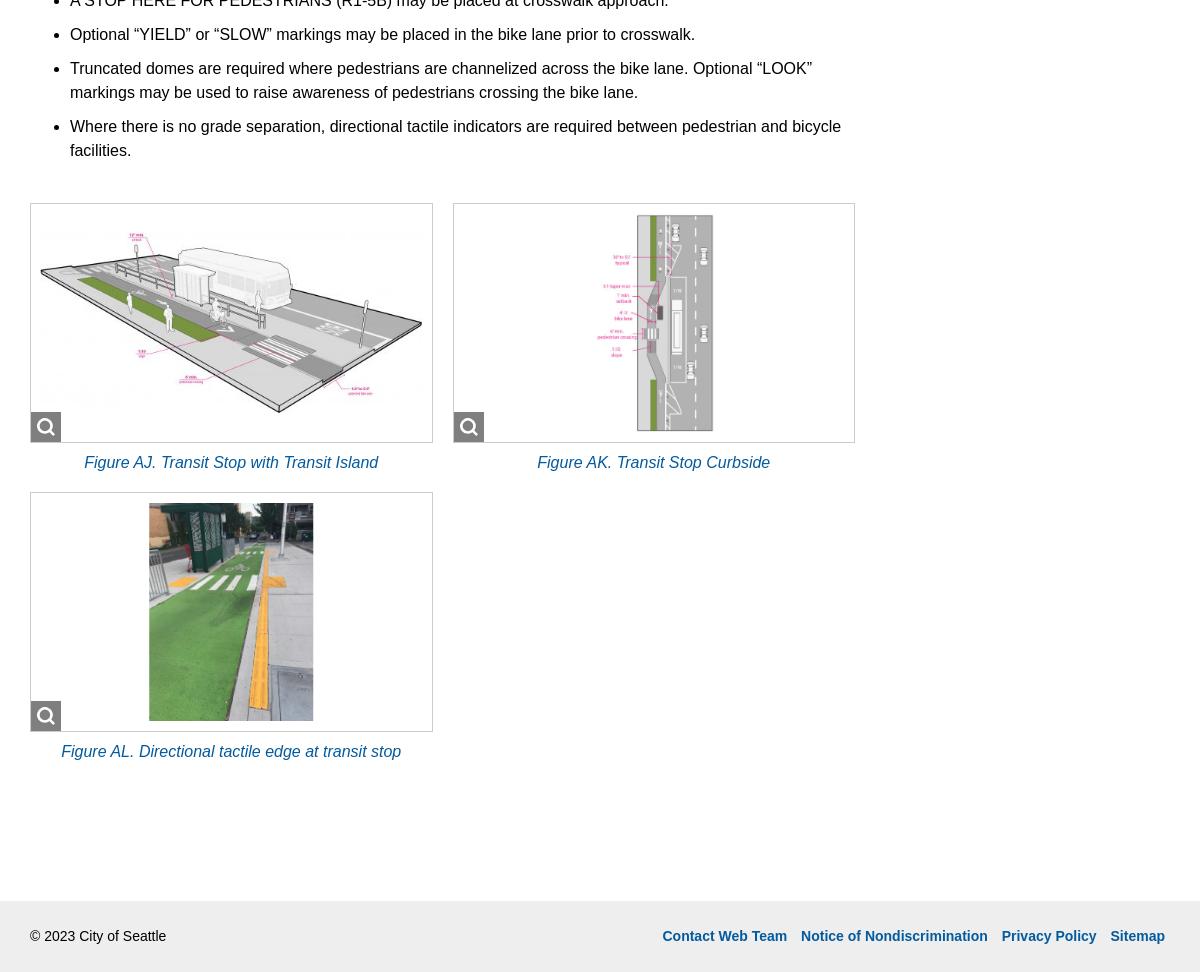  I want to click on 'Notice of Nondiscrimination', so click(893, 933).